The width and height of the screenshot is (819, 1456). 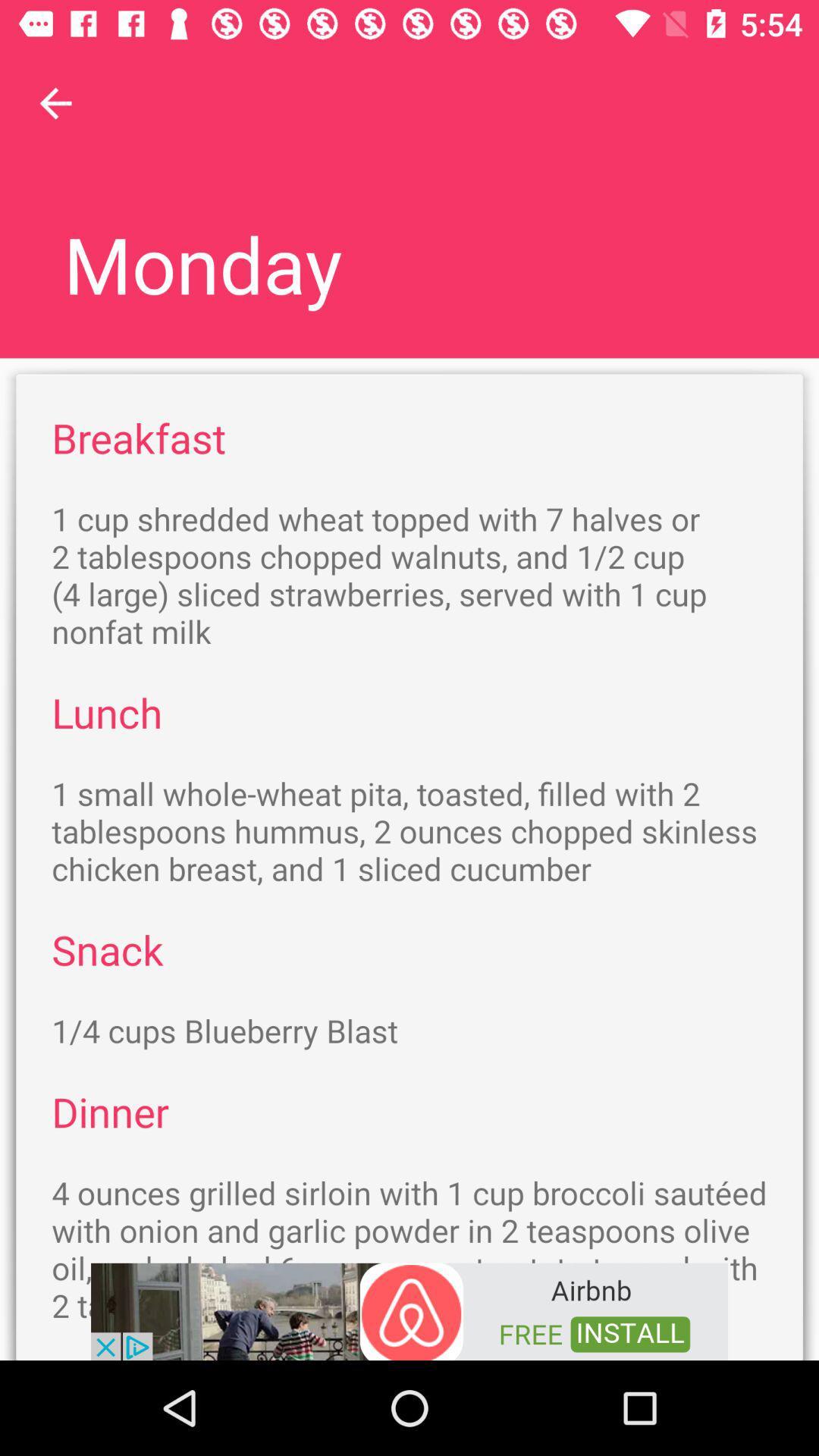 What do you see at coordinates (409, 1310) in the screenshot?
I see `adventisment page` at bounding box center [409, 1310].